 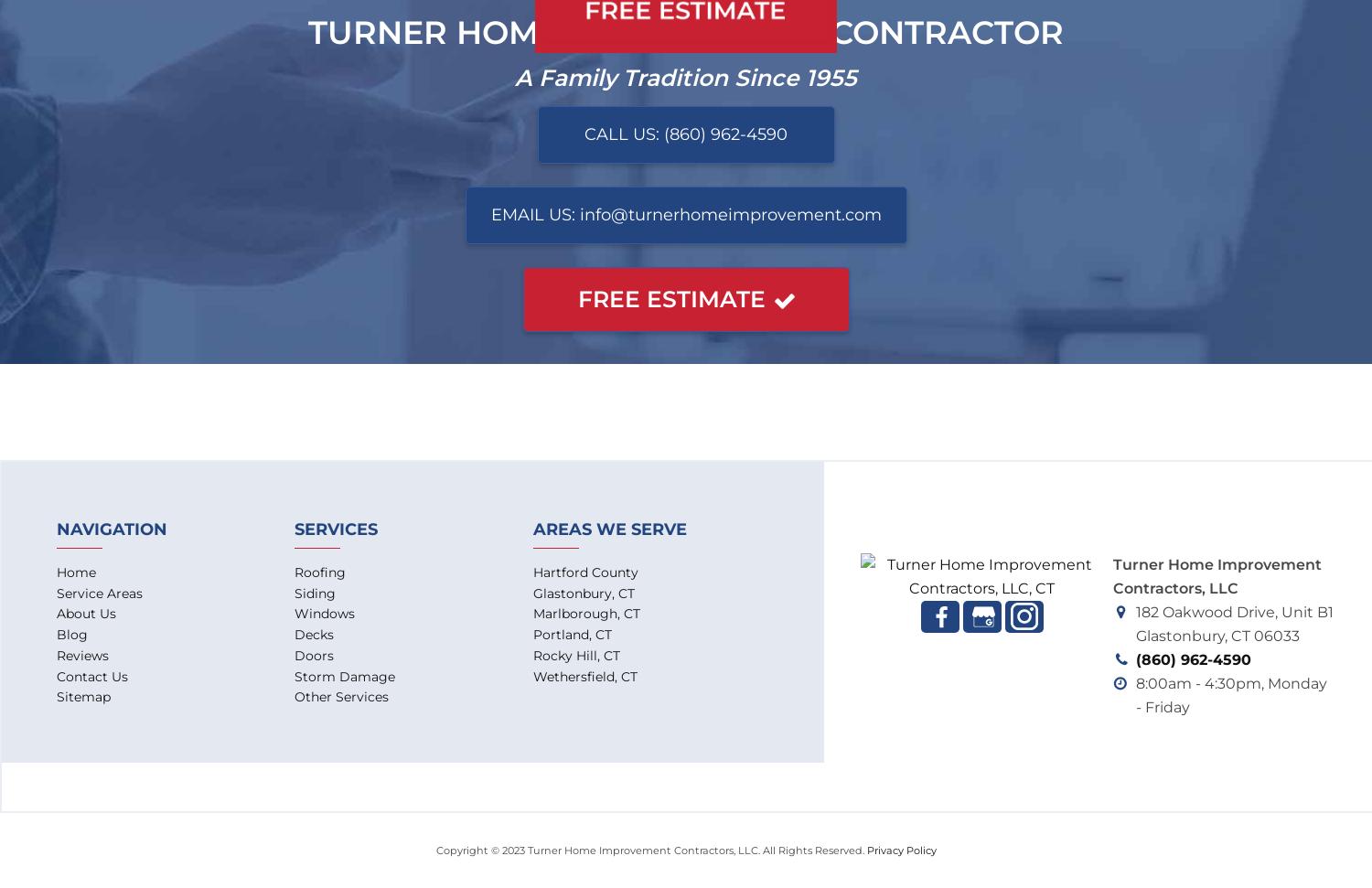 What do you see at coordinates (91, 675) in the screenshot?
I see `'Contact Us'` at bounding box center [91, 675].